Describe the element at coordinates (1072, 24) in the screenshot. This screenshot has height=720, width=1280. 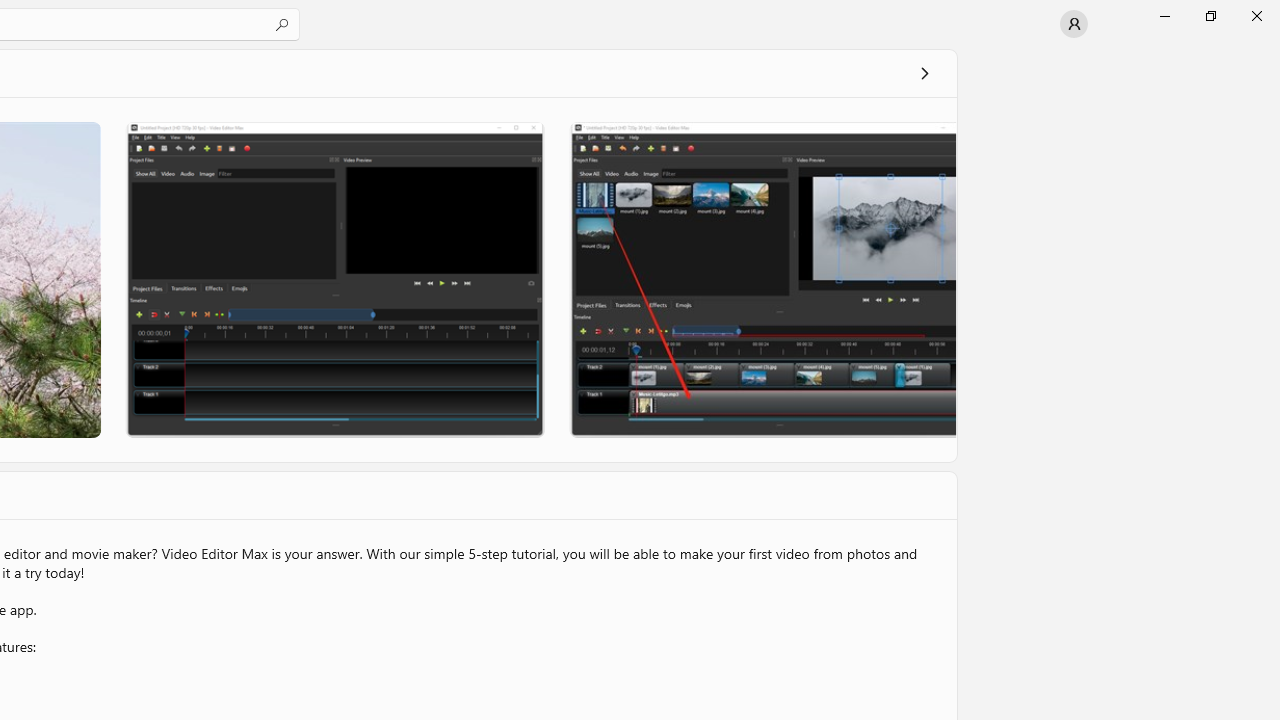
I see `'User profile'` at that location.